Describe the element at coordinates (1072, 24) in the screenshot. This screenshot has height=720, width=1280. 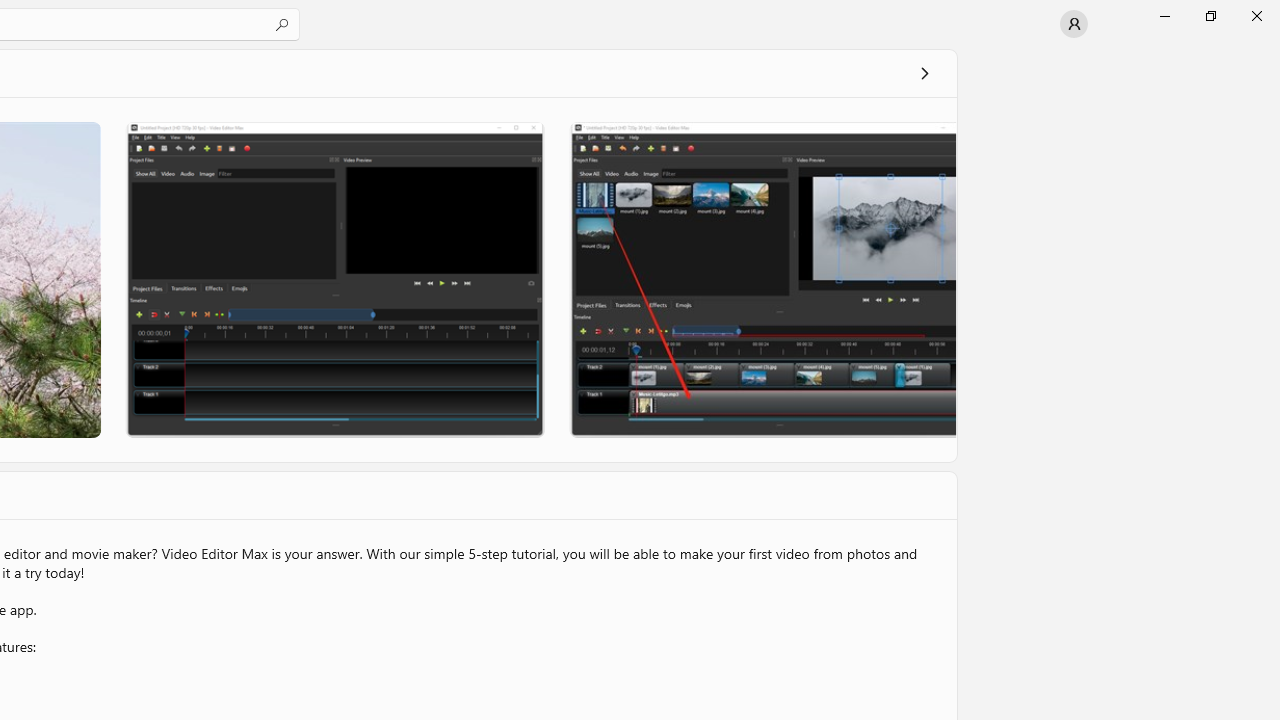
I see `'User profile'` at that location.